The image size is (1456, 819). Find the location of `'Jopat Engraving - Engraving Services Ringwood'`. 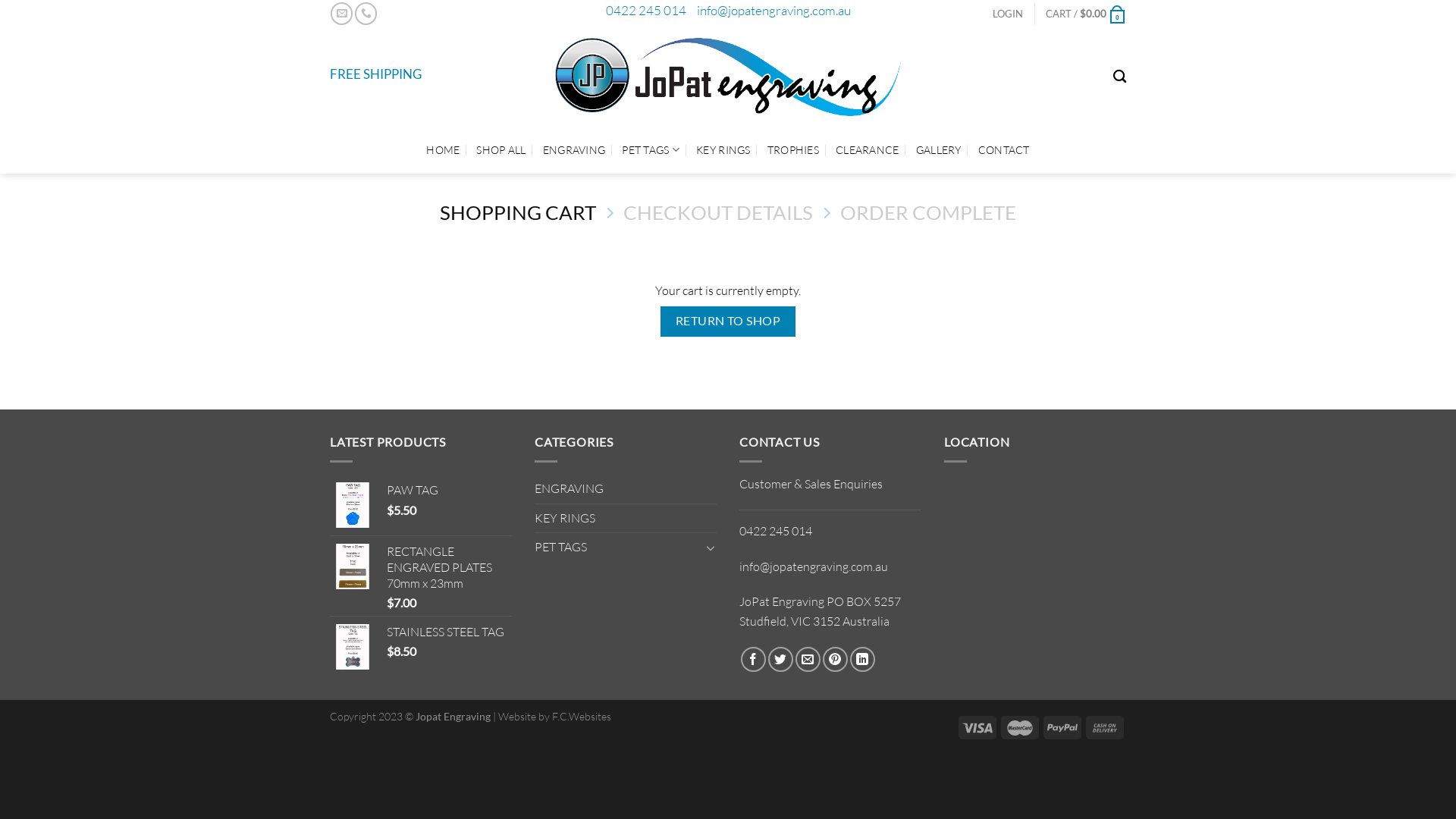

'Jopat Engraving - Engraving Services Ringwood' is located at coordinates (728, 76).